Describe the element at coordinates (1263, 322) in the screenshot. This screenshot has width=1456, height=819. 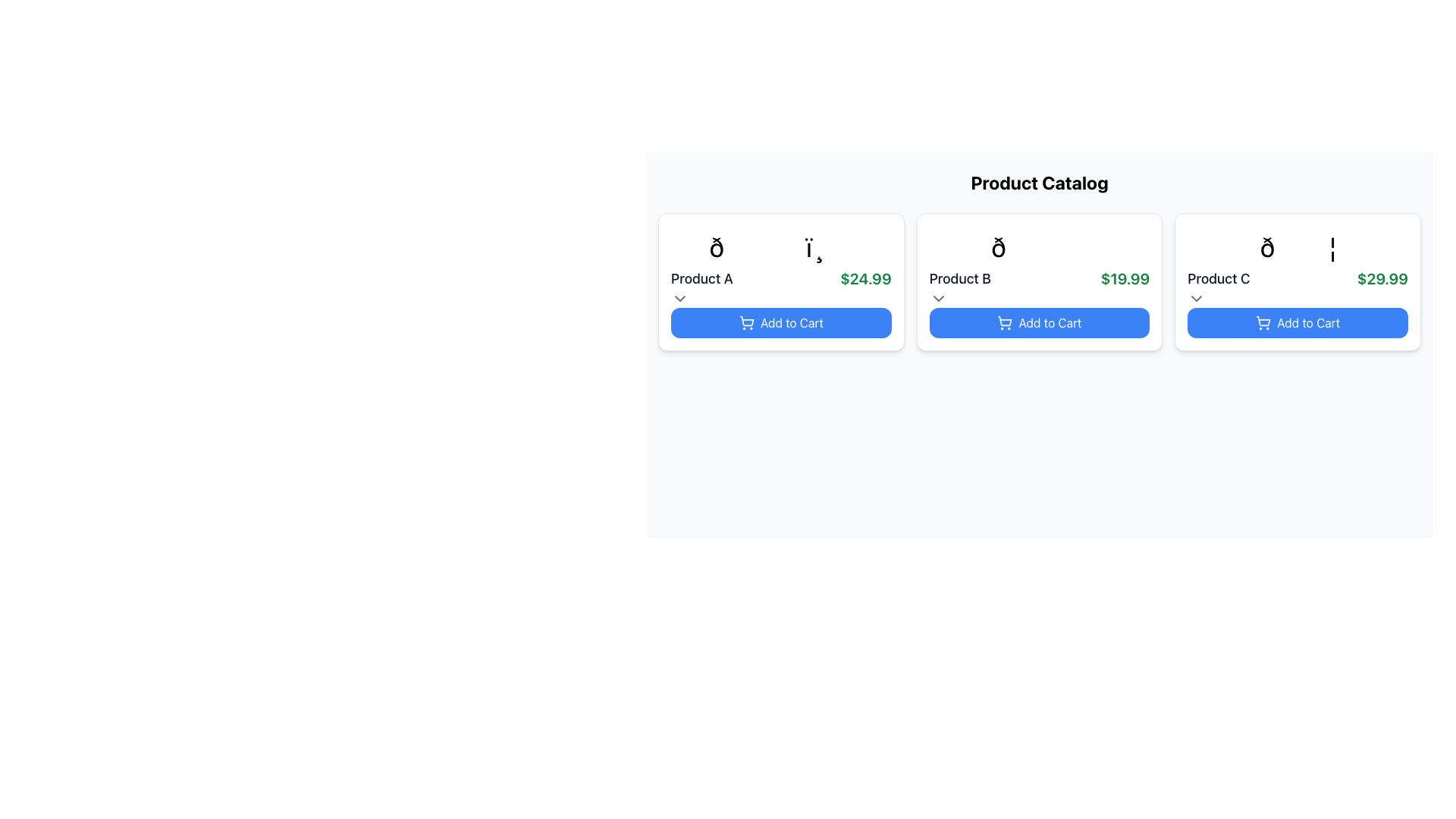
I see `the shopping cart icon on the blue 'Add to Cart' button for Product C` at that location.